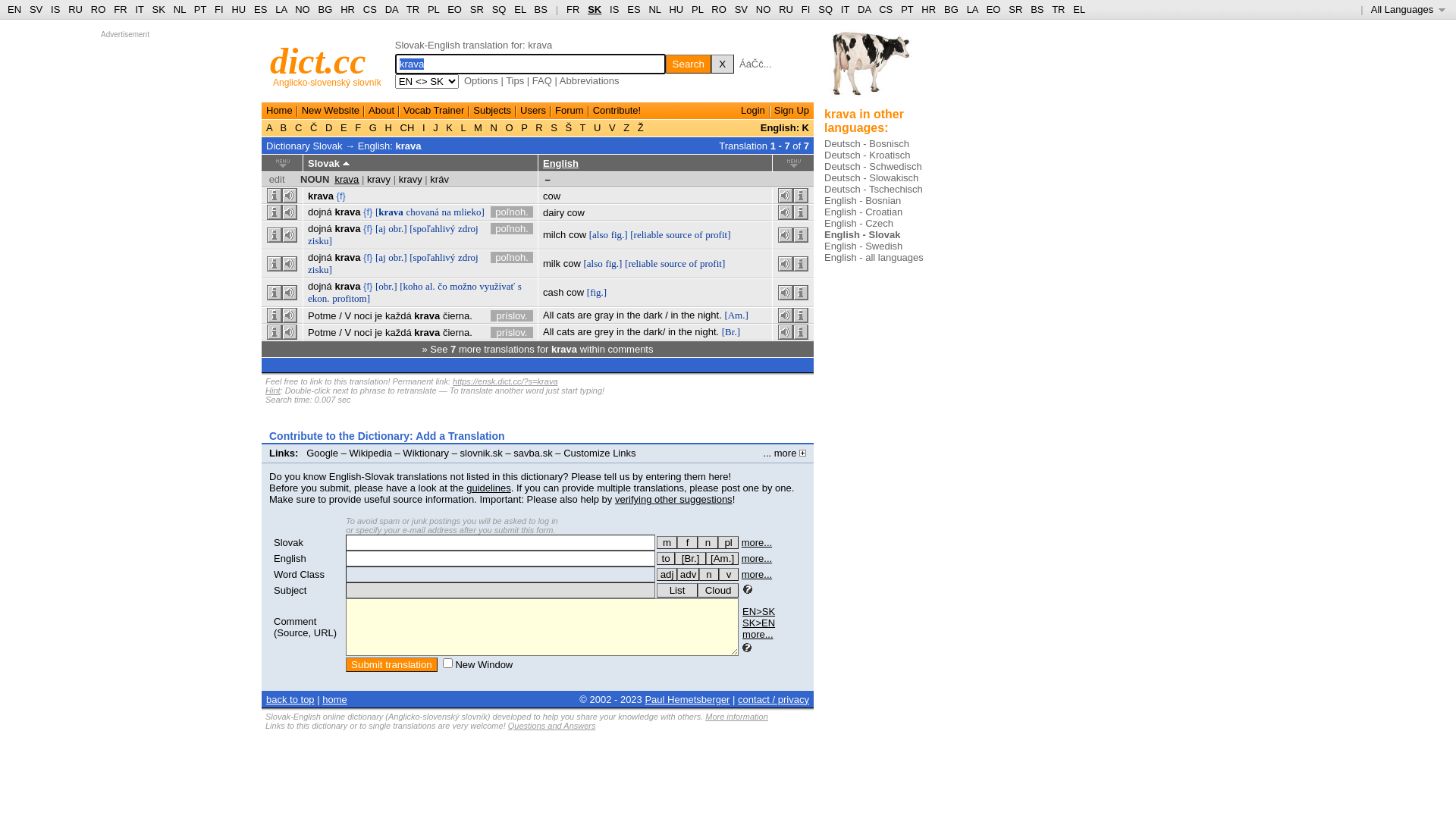 The width and height of the screenshot is (1456, 819). I want to click on 'D', so click(328, 127).